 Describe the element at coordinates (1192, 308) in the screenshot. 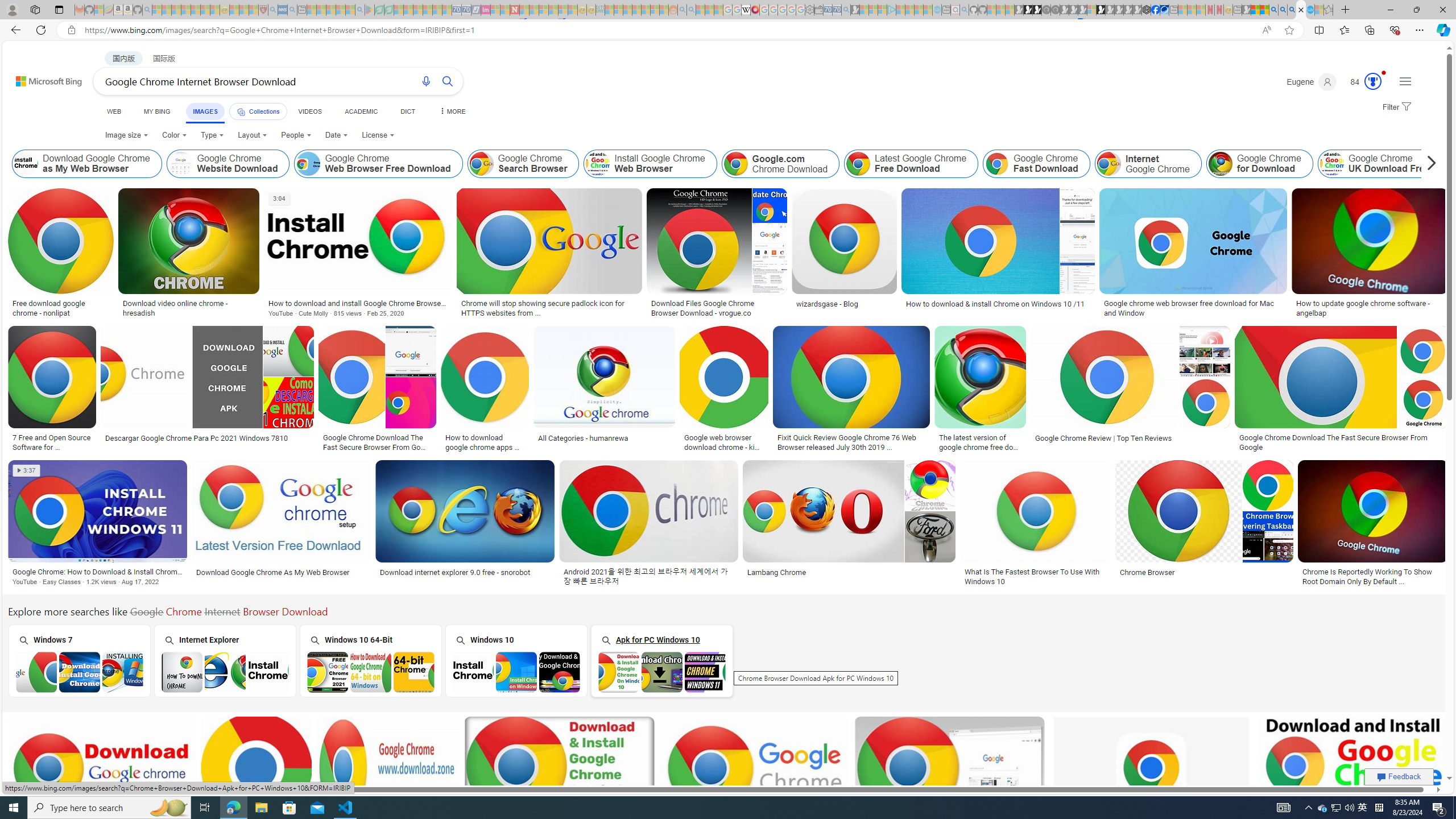

I see `'Google chrome web browser free download for Mac and Window'` at that location.